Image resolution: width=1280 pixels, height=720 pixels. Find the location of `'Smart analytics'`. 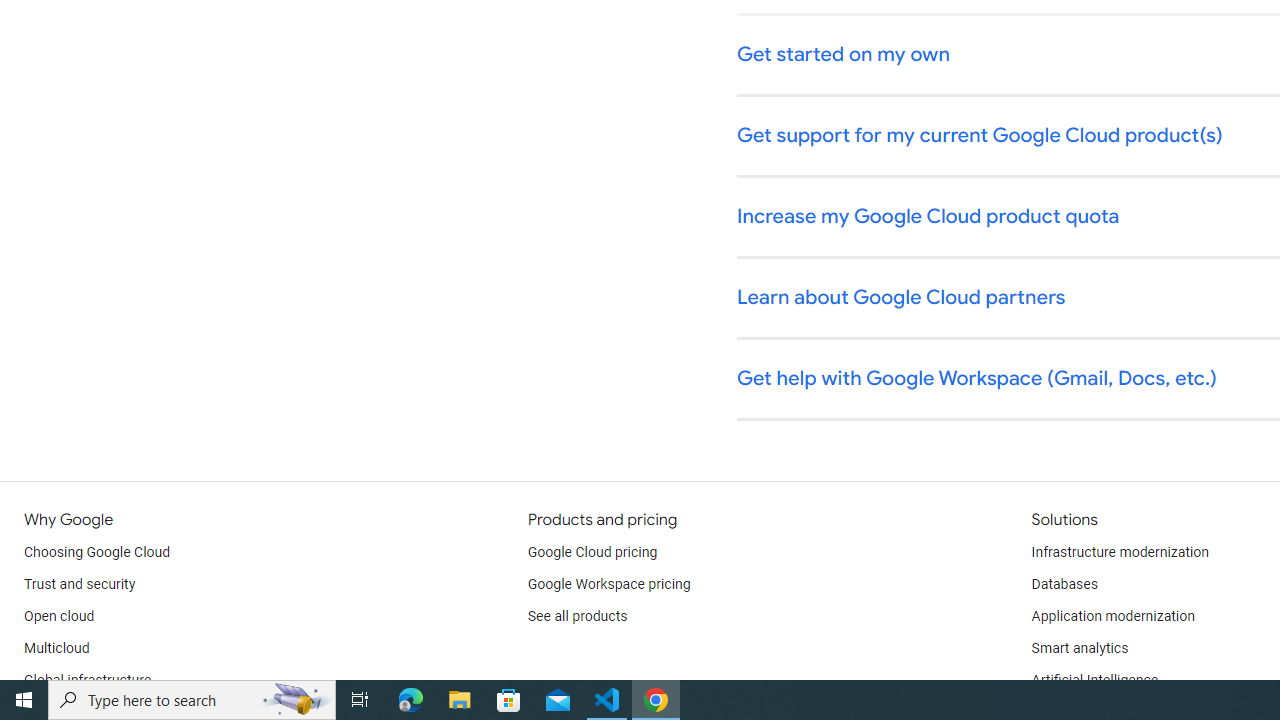

'Smart analytics' is located at coordinates (1078, 649).